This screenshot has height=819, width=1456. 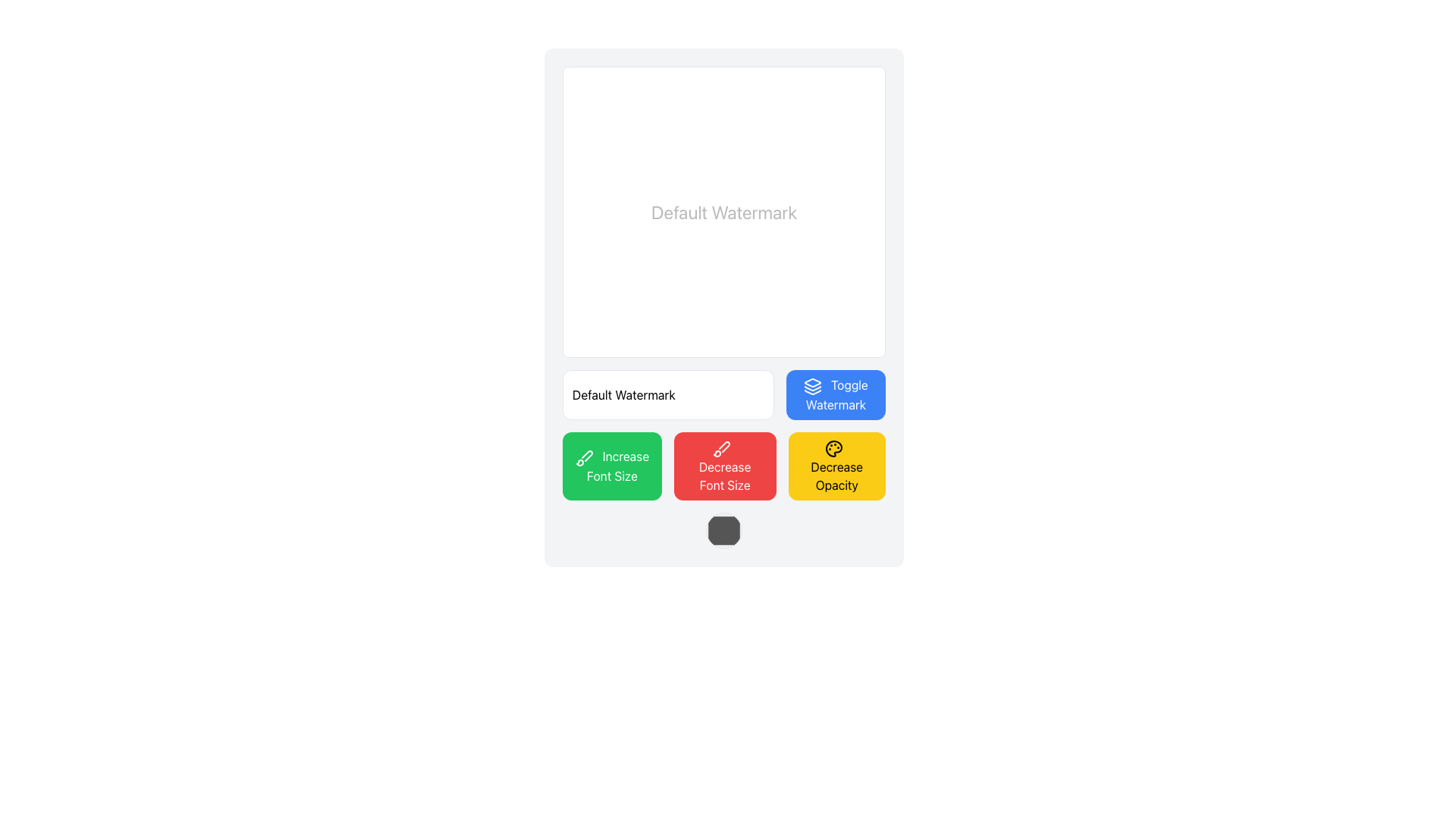 What do you see at coordinates (721, 447) in the screenshot?
I see `the SVG icon that indicates the 'Decrease Font Size' action, located between the 'Increase Font Size' button and the 'Decrease Opacity' button` at bounding box center [721, 447].